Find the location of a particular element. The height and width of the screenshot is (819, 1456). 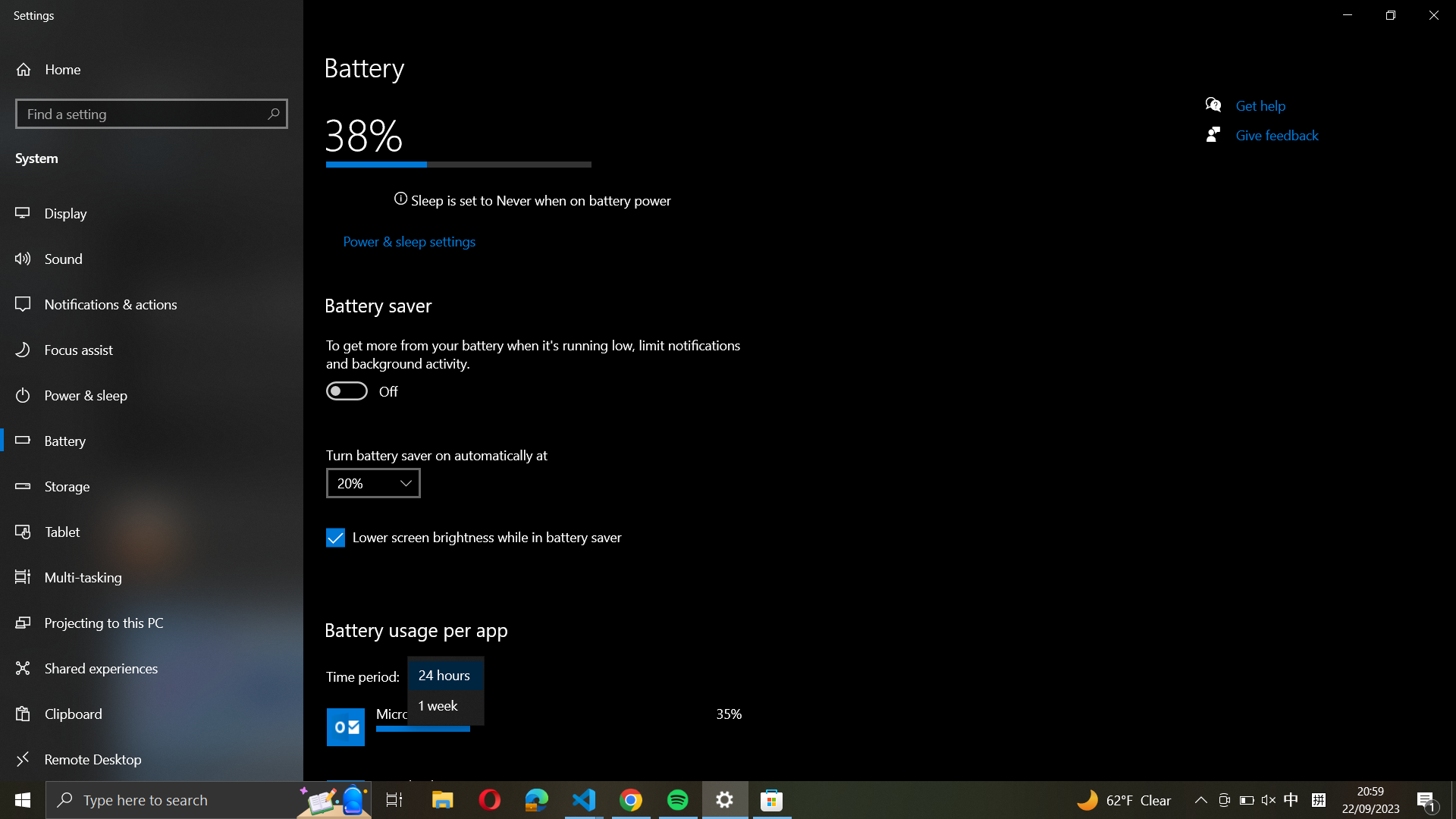

the remote desktop and scroll down for additional settings is located at coordinates (295568, 821047).